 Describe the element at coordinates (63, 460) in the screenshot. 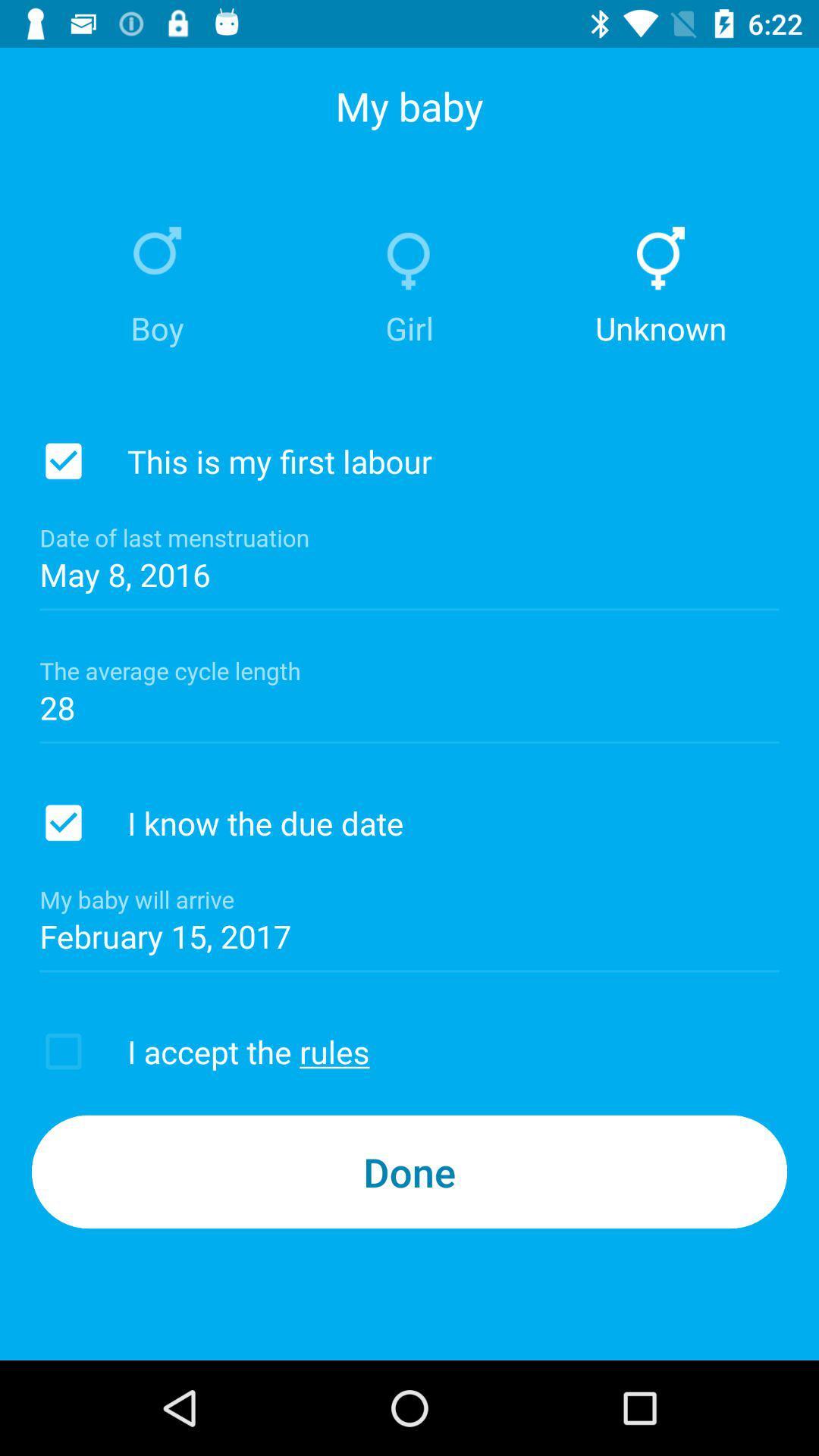

I see `yes/no` at that location.